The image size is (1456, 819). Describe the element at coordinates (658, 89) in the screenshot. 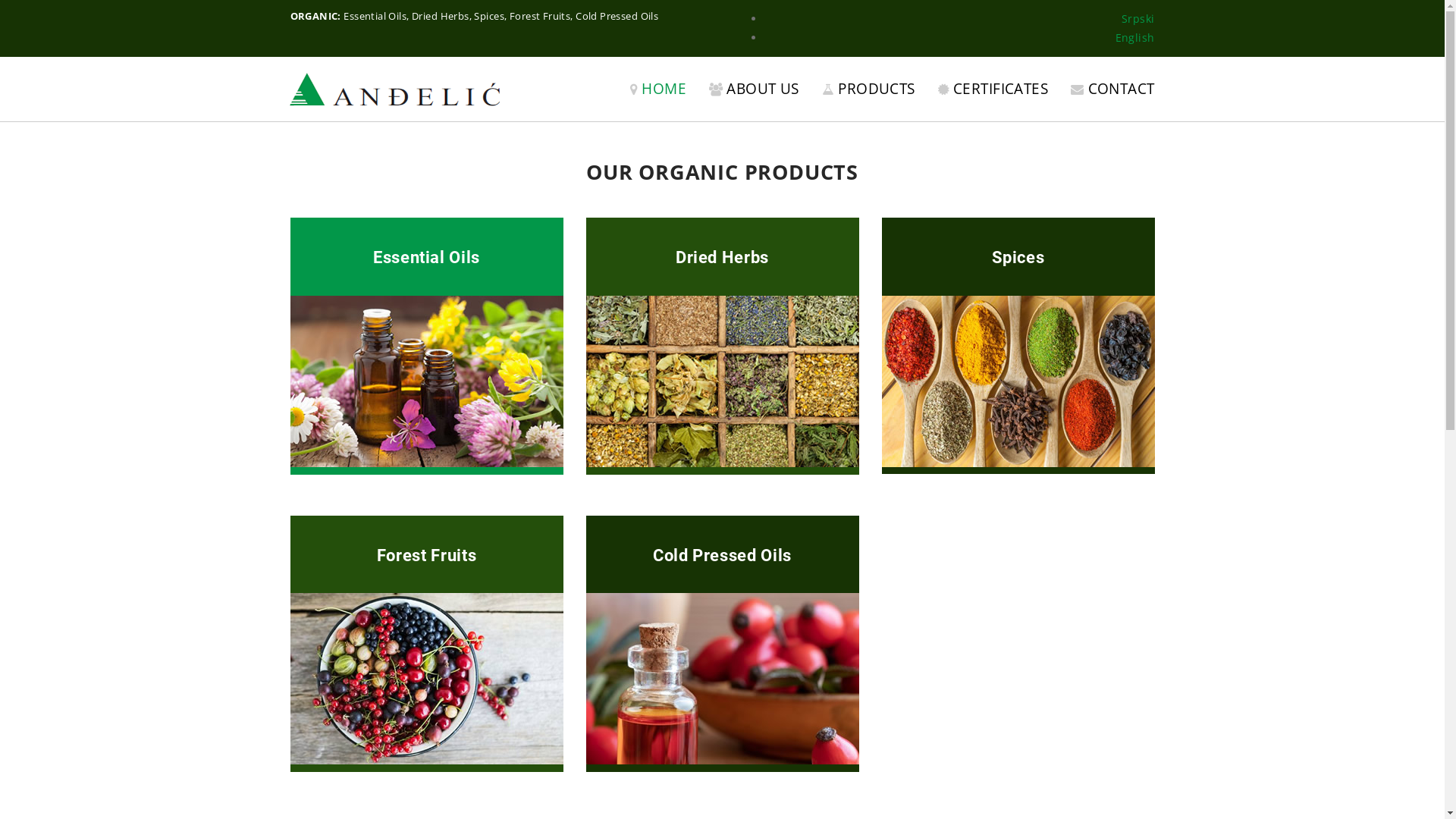

I see `'HOME'` at that location.